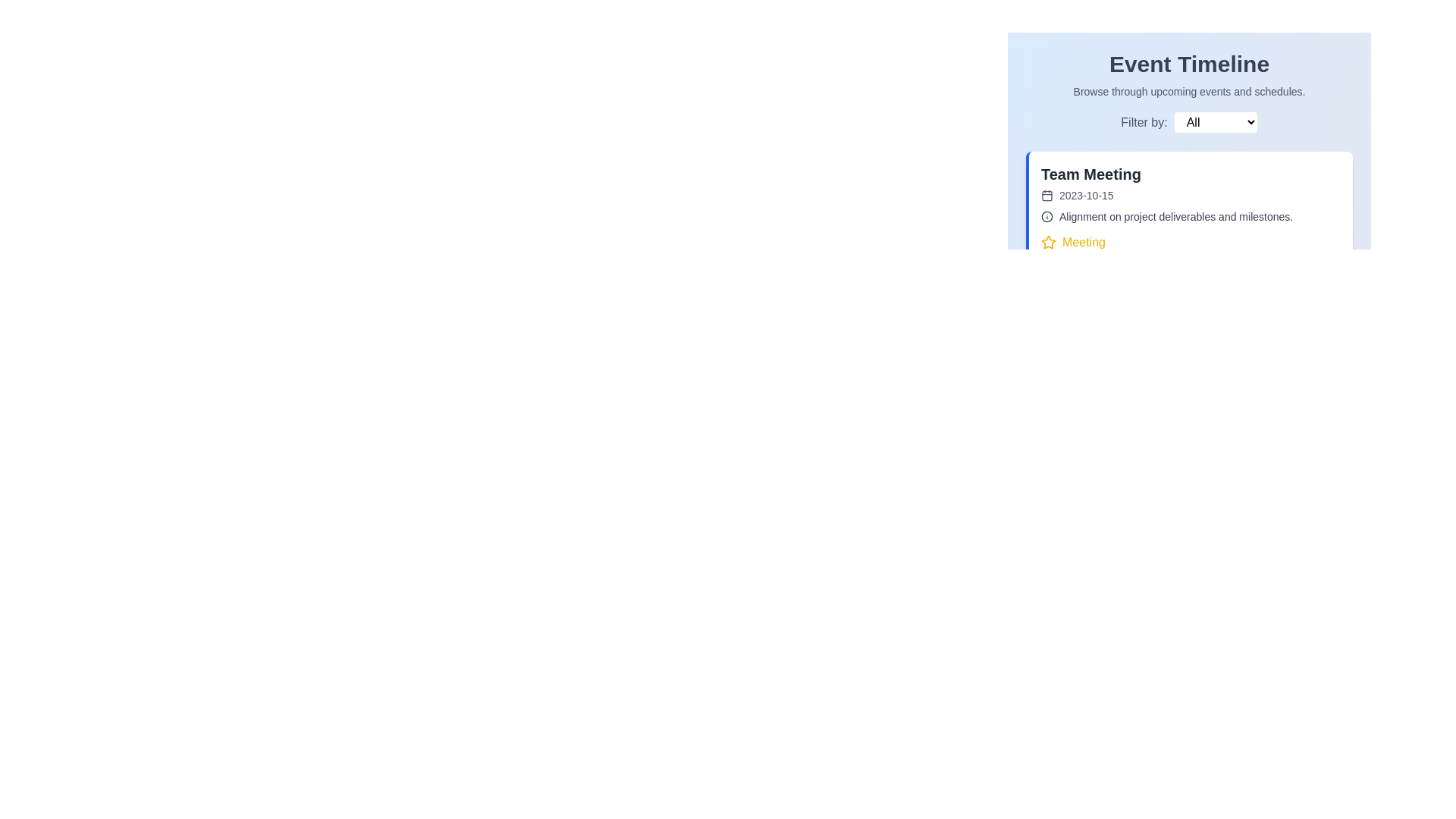  I want to click on the informational icon located to the left of the descriptive text under the 'Team Meeting' heading, so click(1046, 216).